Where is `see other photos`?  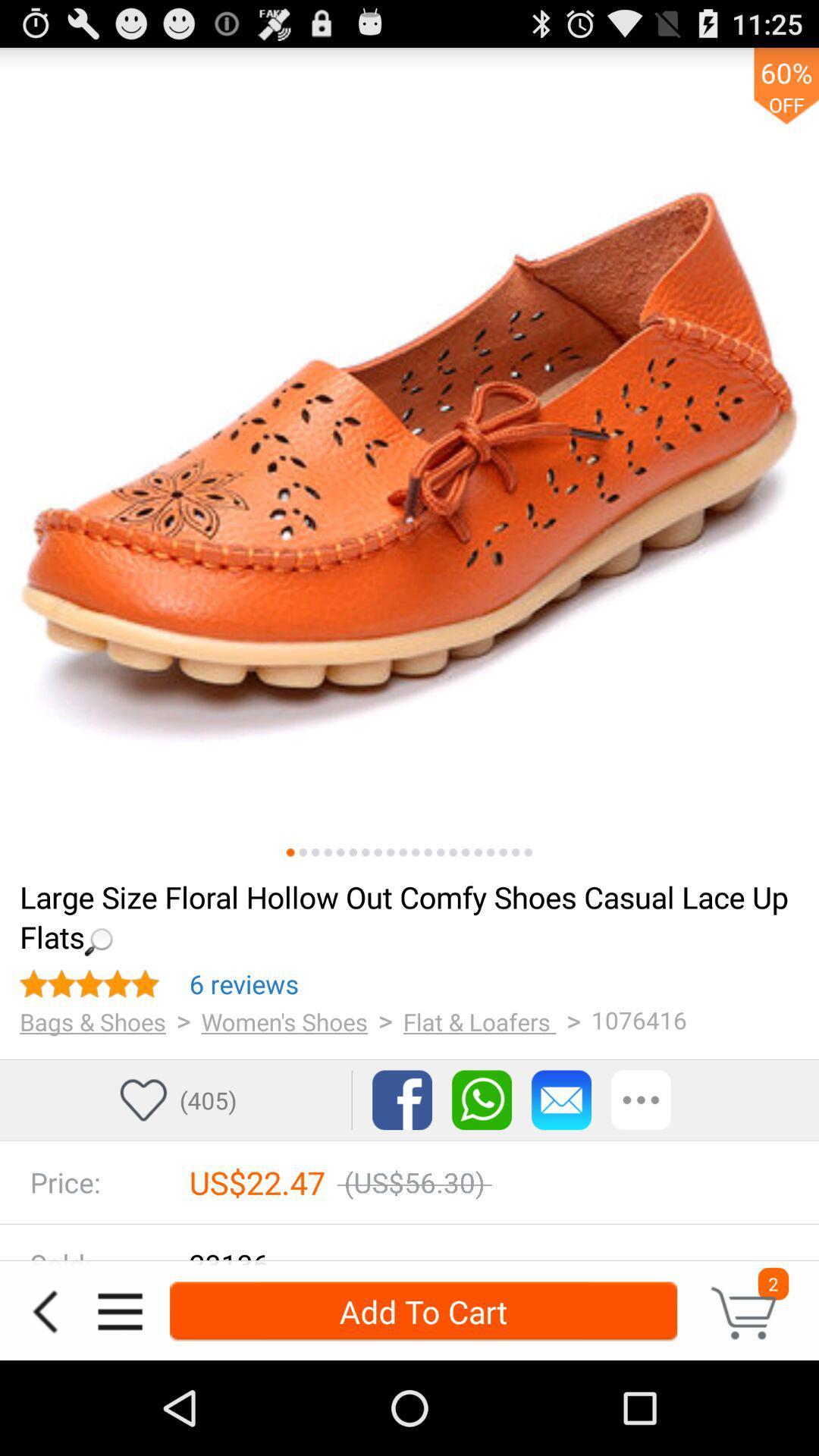
see other photos is located at coordinates (390, 852).